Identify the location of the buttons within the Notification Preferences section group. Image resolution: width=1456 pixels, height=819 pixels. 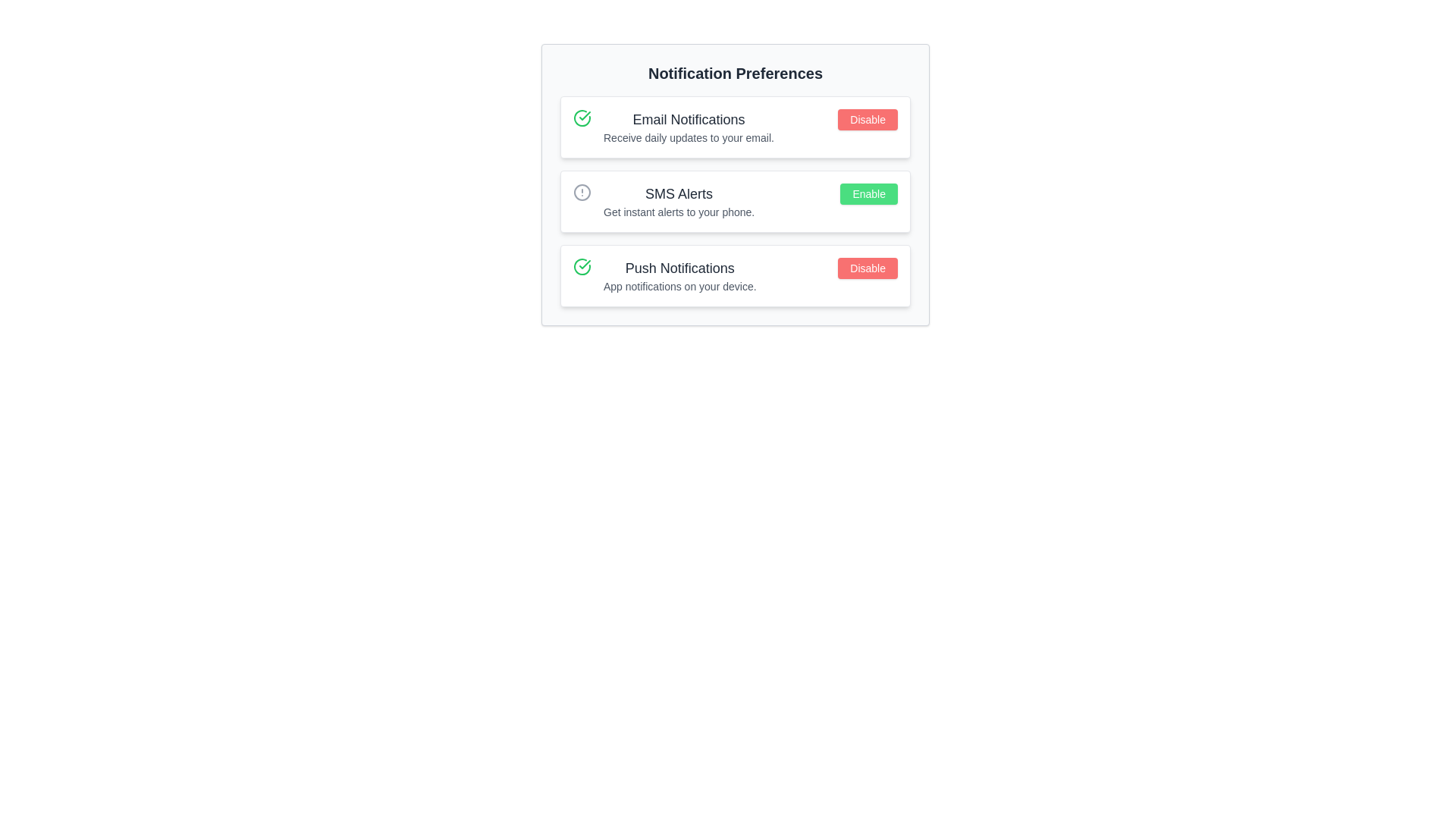
(735, 201).